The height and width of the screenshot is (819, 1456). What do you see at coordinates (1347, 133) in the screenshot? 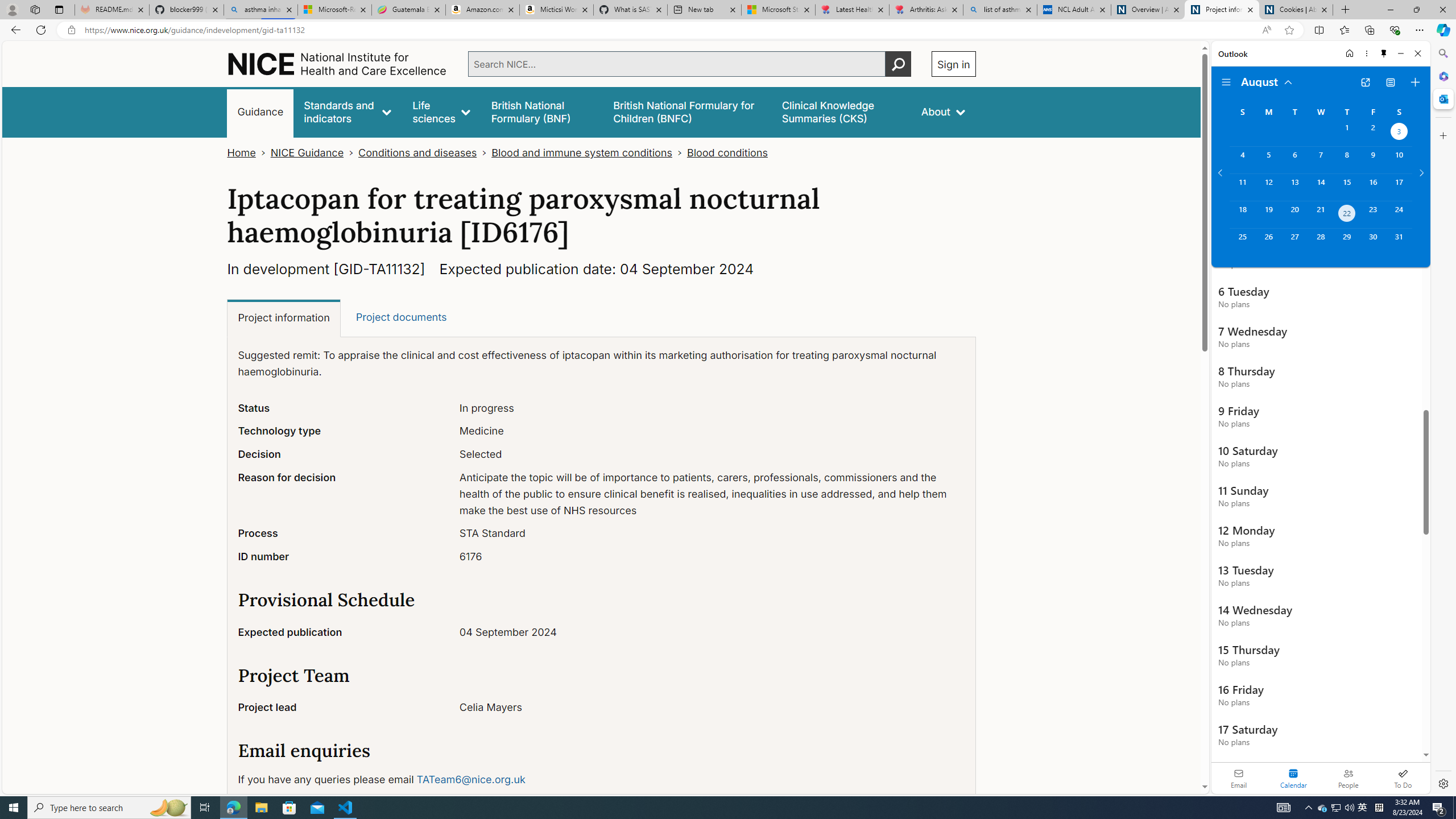
I see `'Thursday, August 1, 2024. '` at bounding box center [1347, 133].